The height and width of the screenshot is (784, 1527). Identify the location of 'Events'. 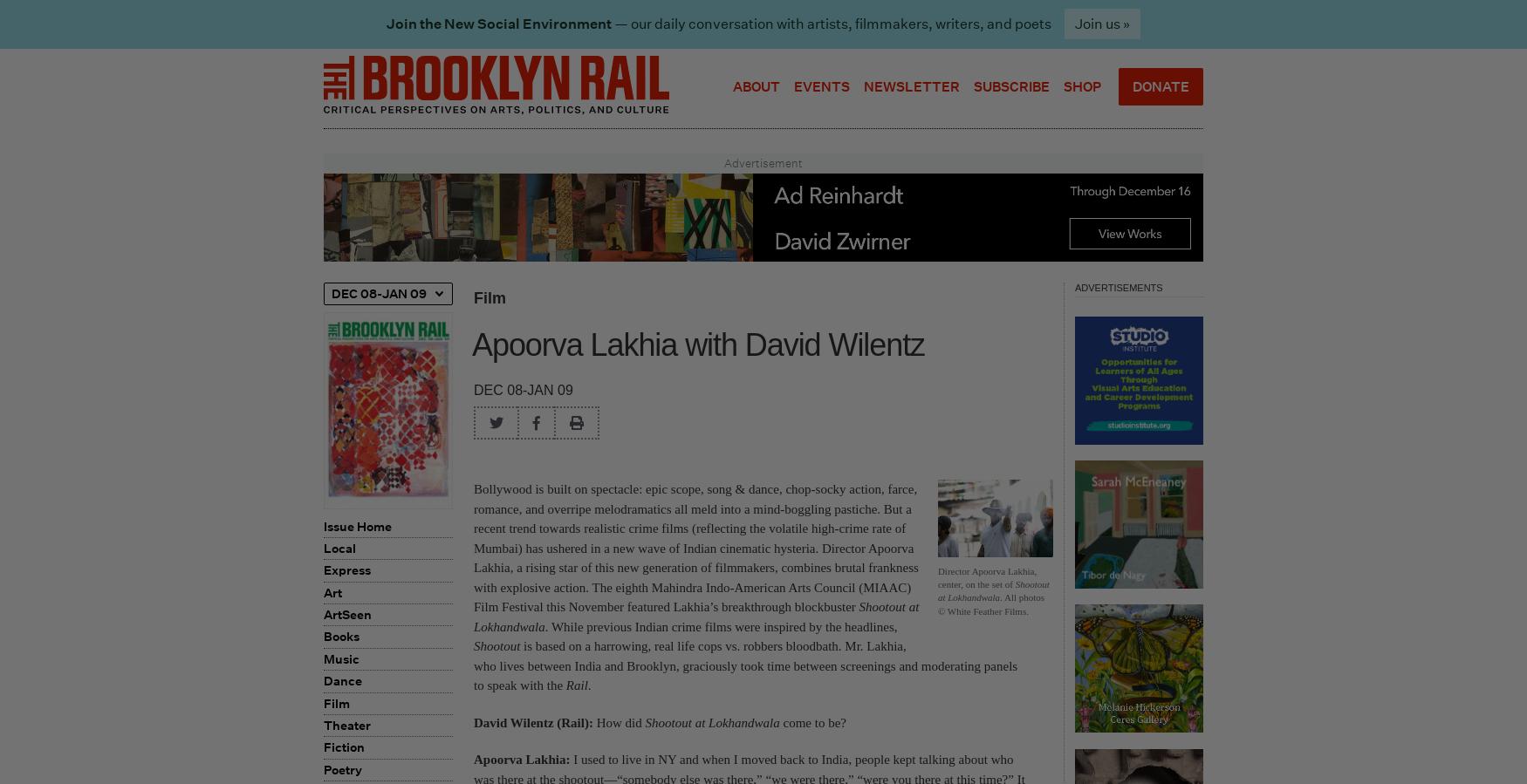
(822, 85).